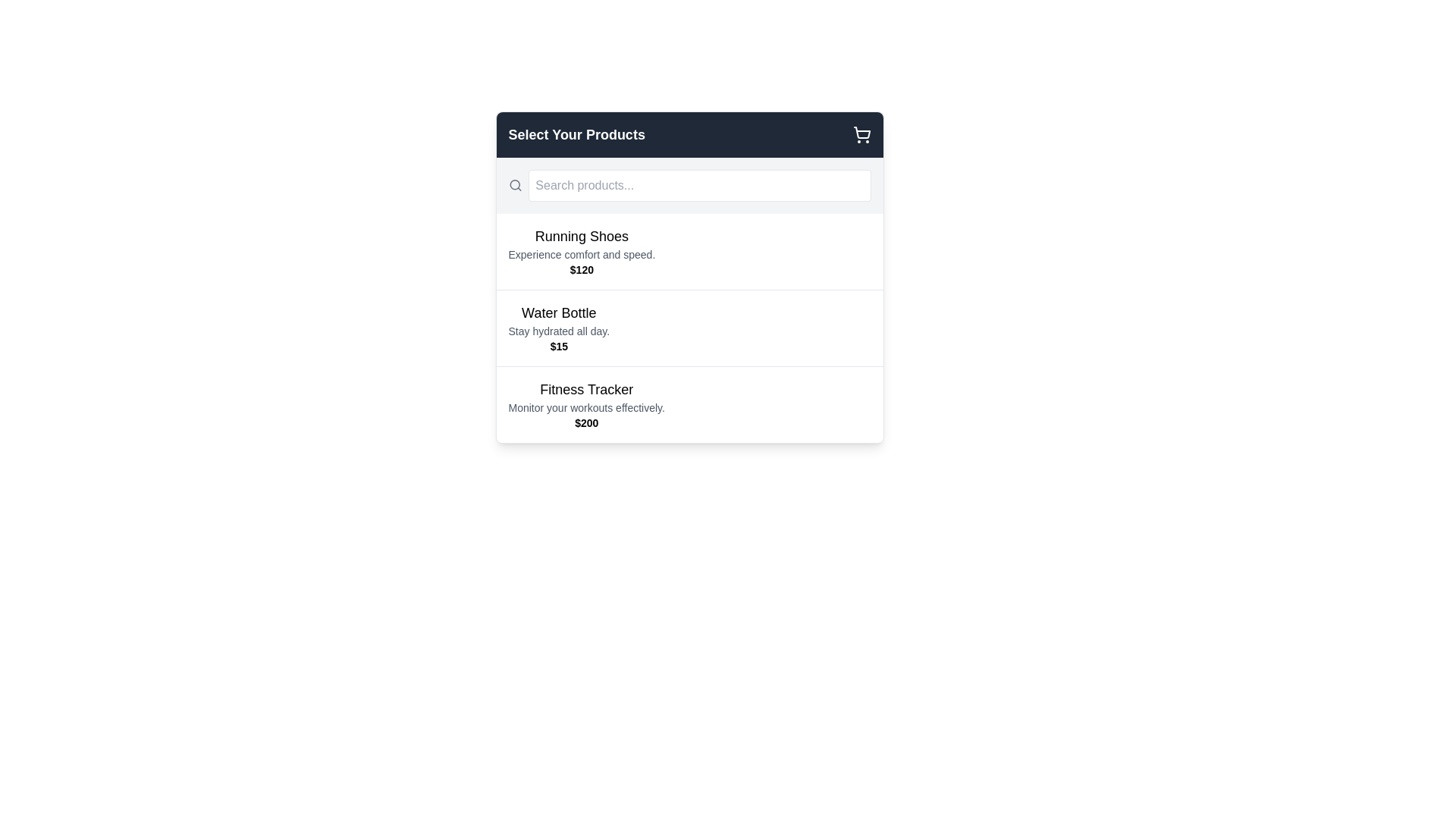 The height and width of the screenshot is (819, 1456). Describe the element at coordinates (585, 423) in the screenshot. I see `the text label displaying '$200' for the 'Fitness Tracker' product, which is located below the description 'Monitor your workouts effectively.'` at that location.